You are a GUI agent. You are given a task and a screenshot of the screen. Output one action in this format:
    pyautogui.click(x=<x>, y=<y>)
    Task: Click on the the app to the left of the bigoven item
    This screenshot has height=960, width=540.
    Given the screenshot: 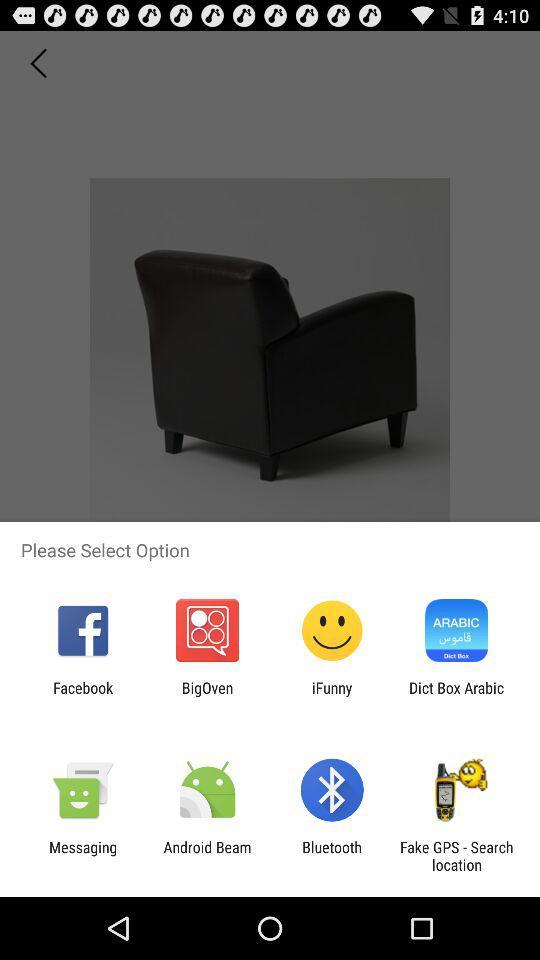 What is the action you would take?
    pyautogui.click(x=82, y=696)
    